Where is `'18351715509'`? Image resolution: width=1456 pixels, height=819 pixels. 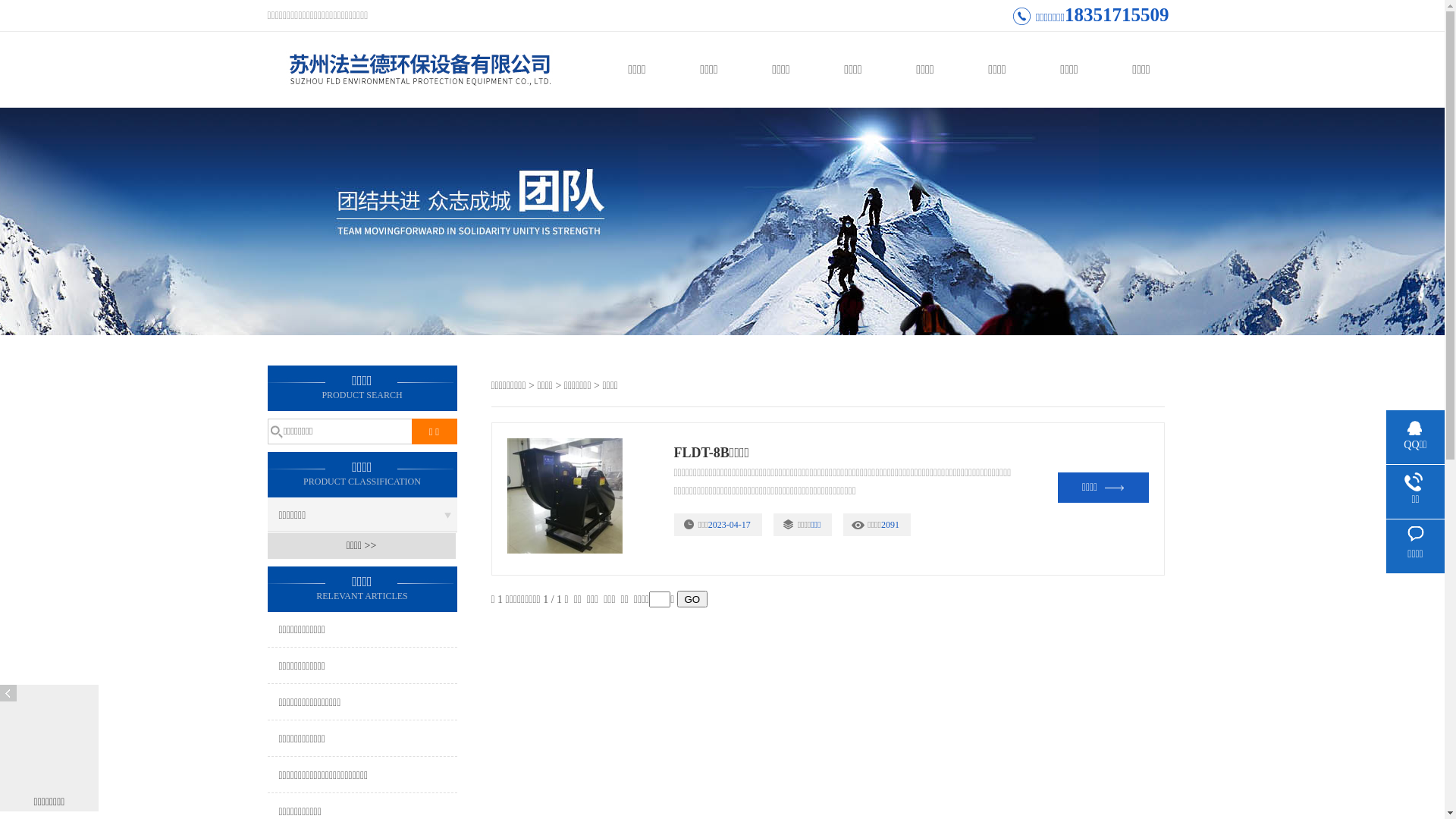 '18351715509' is located at coordinates (1117, 14).